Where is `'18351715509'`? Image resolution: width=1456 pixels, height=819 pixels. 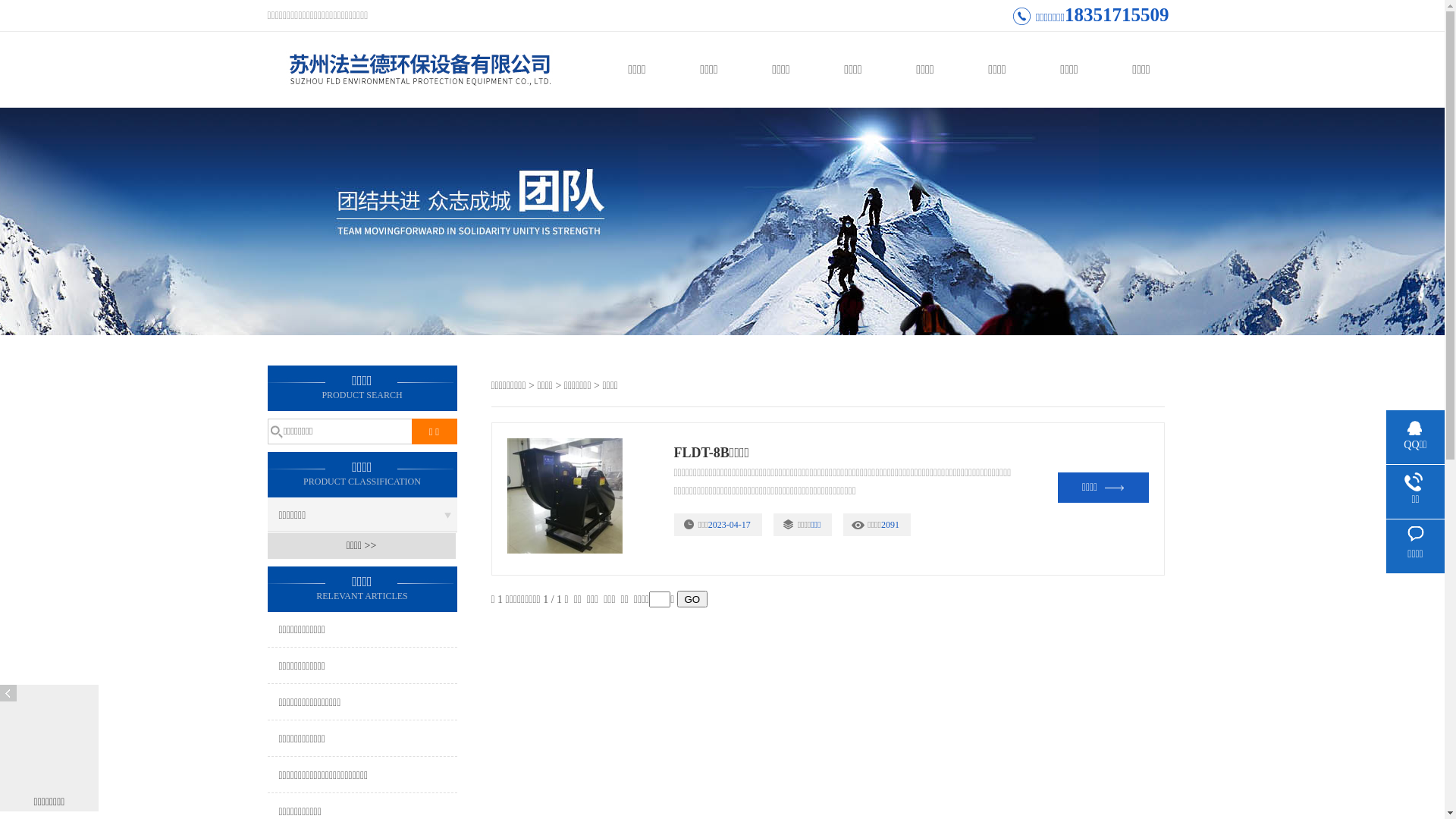 '18351715509' is located at coordinates (1117, 14).